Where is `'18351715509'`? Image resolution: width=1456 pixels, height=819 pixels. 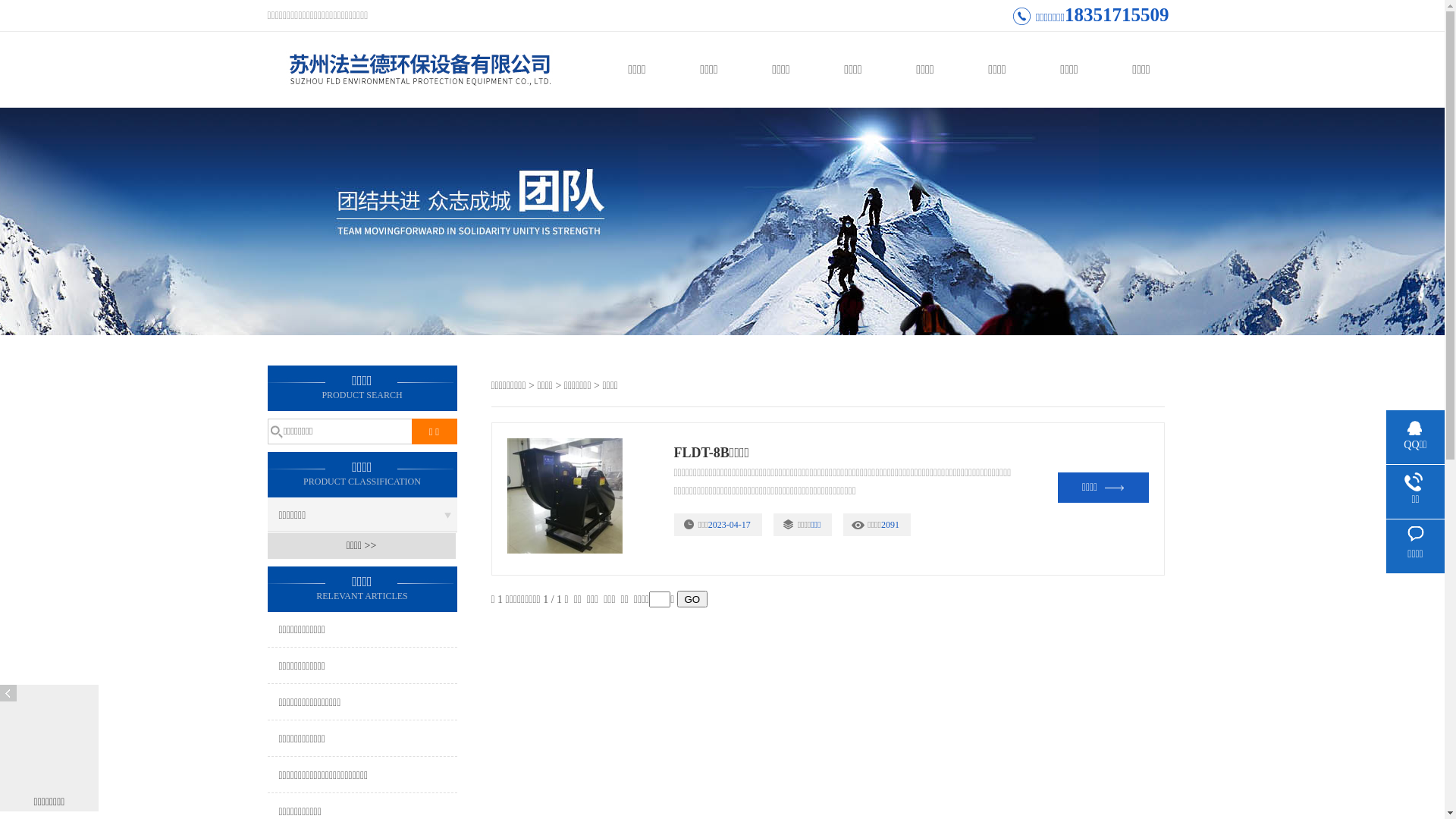 '18351715509' is located at coordinates (1117, 14).